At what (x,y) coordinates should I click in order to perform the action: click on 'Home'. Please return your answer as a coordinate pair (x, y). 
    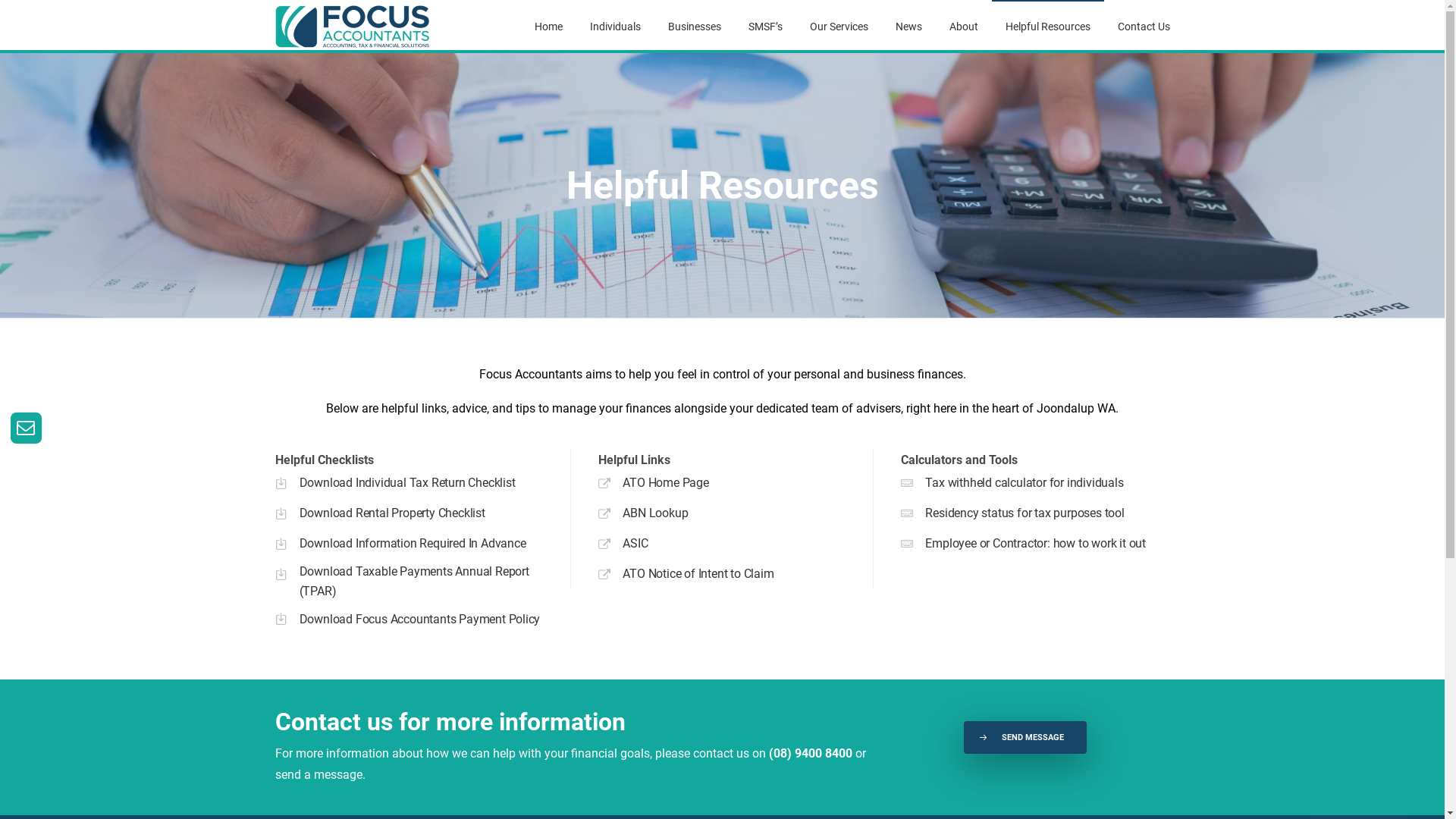
    Looking at the image, I should click on (547, 26).